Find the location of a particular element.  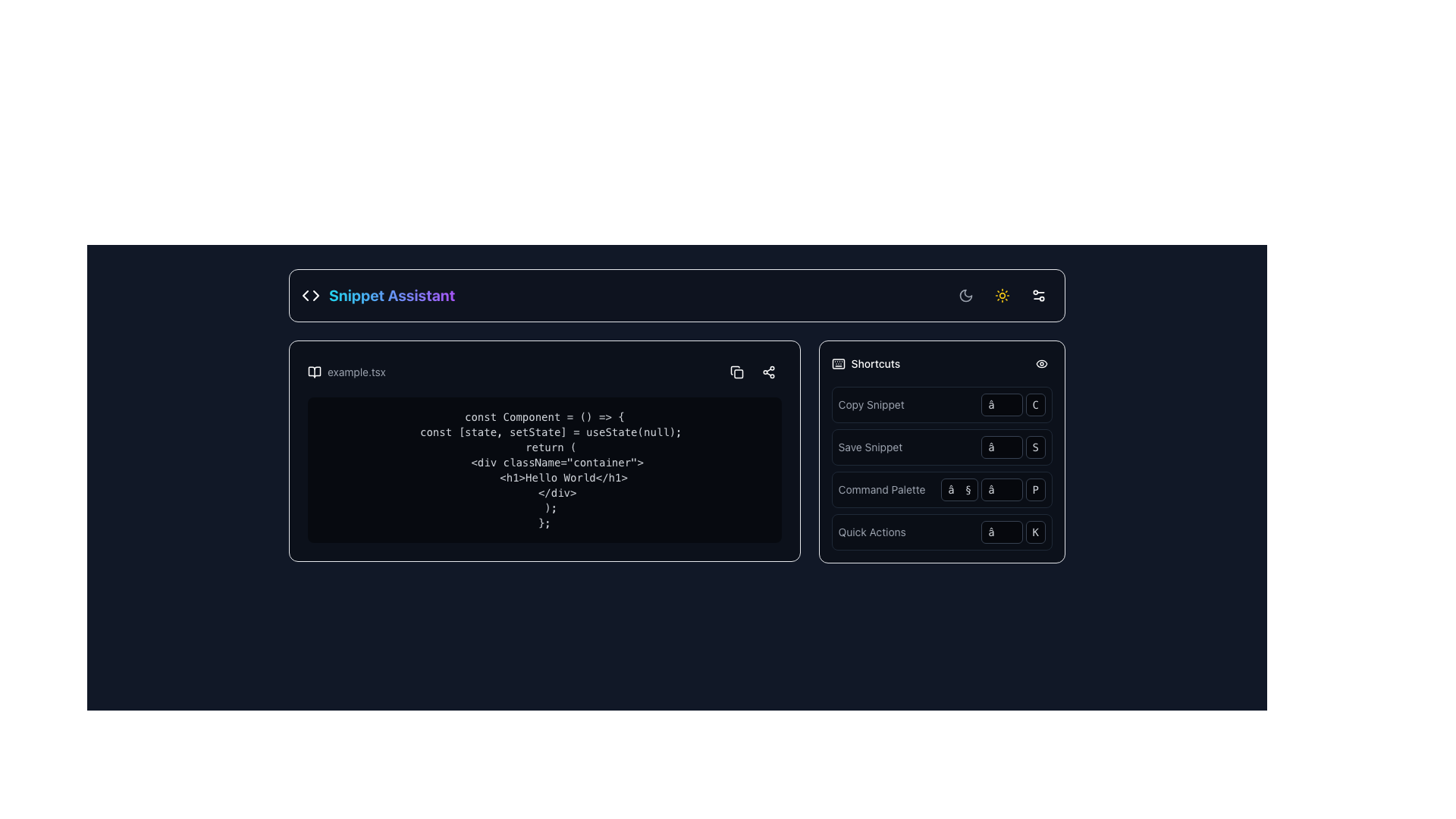

the keyboard shortcuts icon located to the left of the 'Shortcuts' text is located at coordinates (837, 363).